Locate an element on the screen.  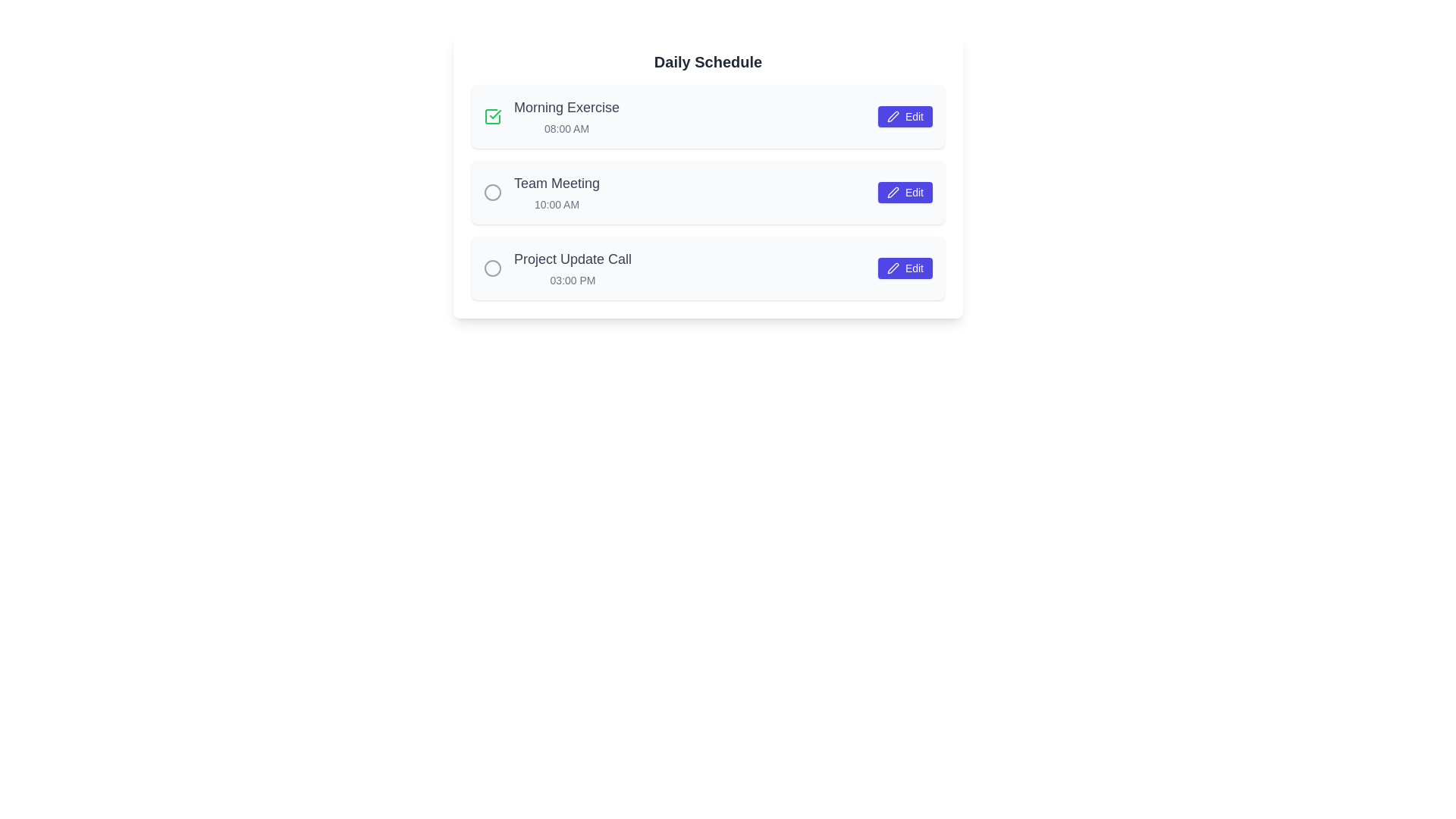
the text 'Morning Exercise' is located at coordinates (566, 107).